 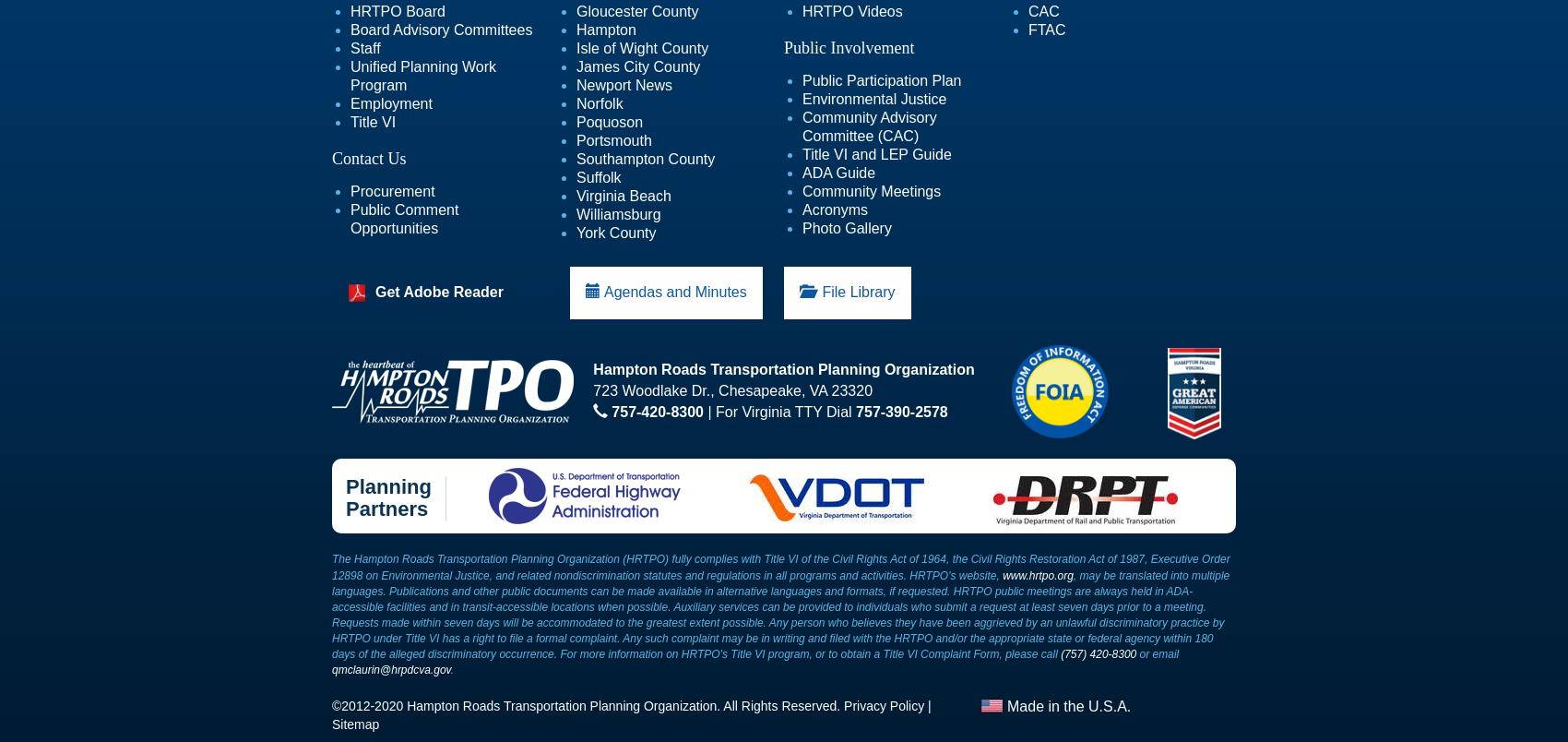 What do you see at coordinates (374, 292) in the screenshot?
I see `'Get Adobe Reader'` at bounding box center [374, 292].